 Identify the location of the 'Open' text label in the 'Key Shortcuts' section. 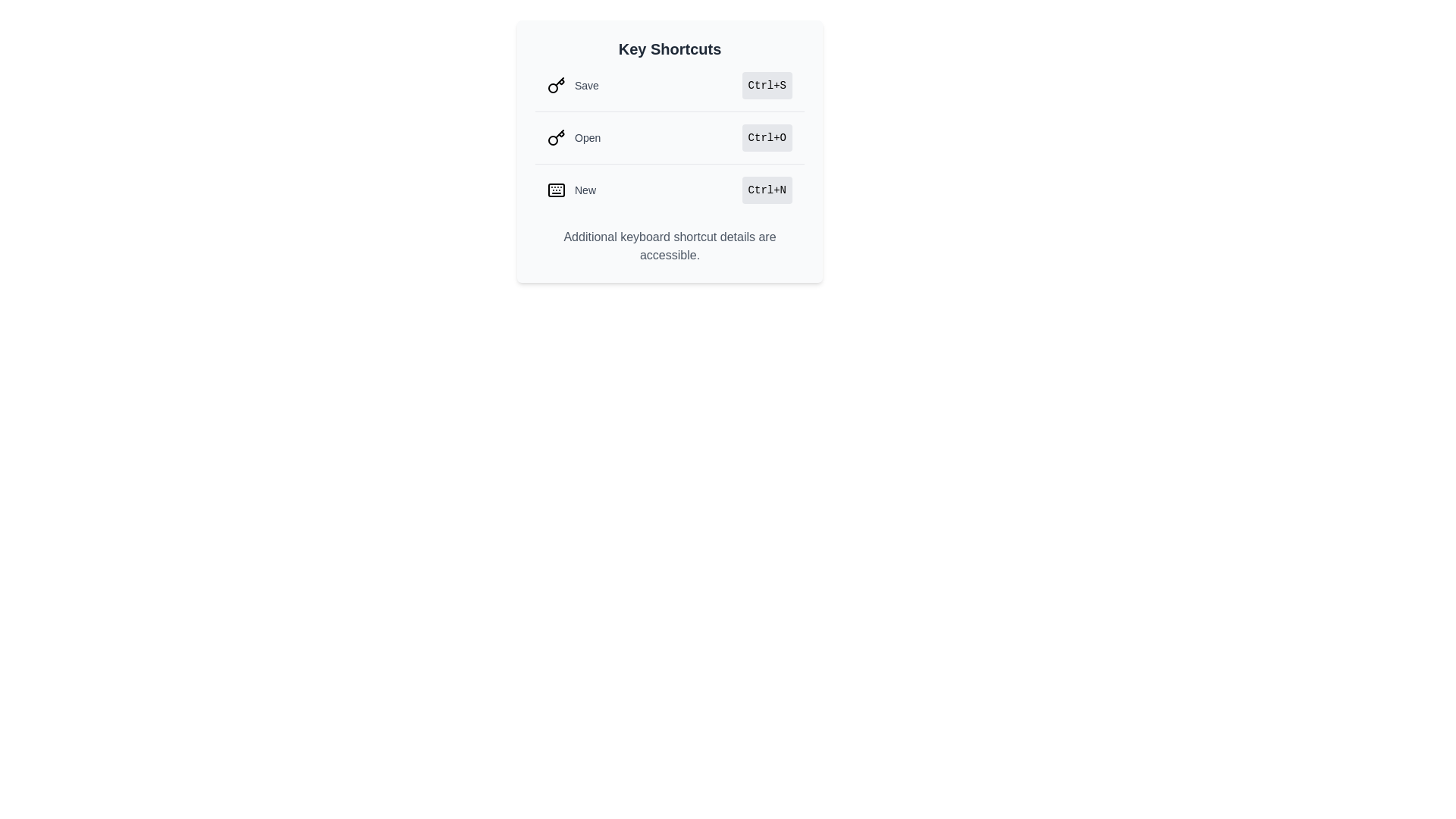
(573, 137).